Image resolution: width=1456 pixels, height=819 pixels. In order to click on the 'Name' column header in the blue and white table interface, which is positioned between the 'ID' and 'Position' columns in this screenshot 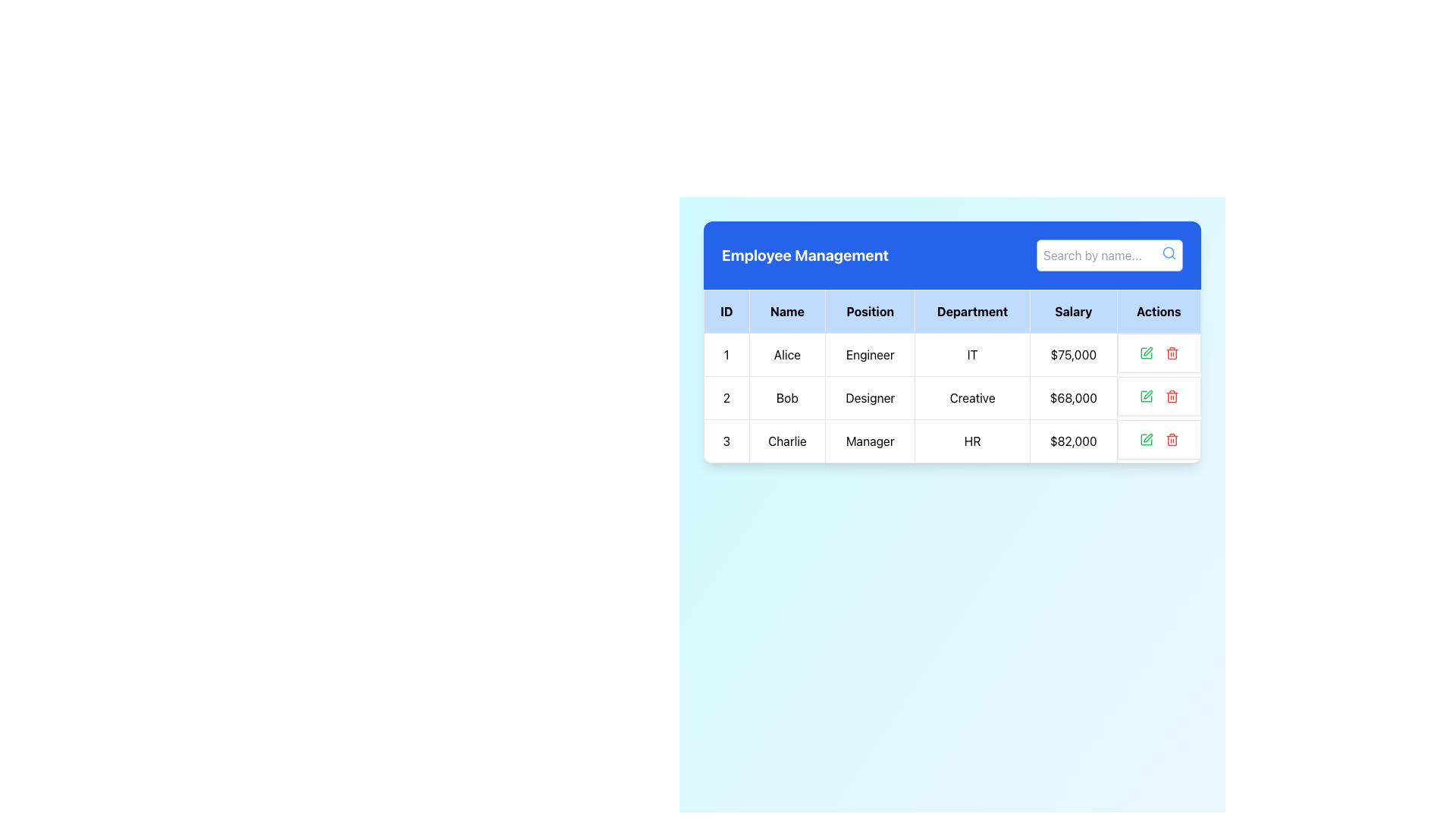, I will do `click(787, 311)`.